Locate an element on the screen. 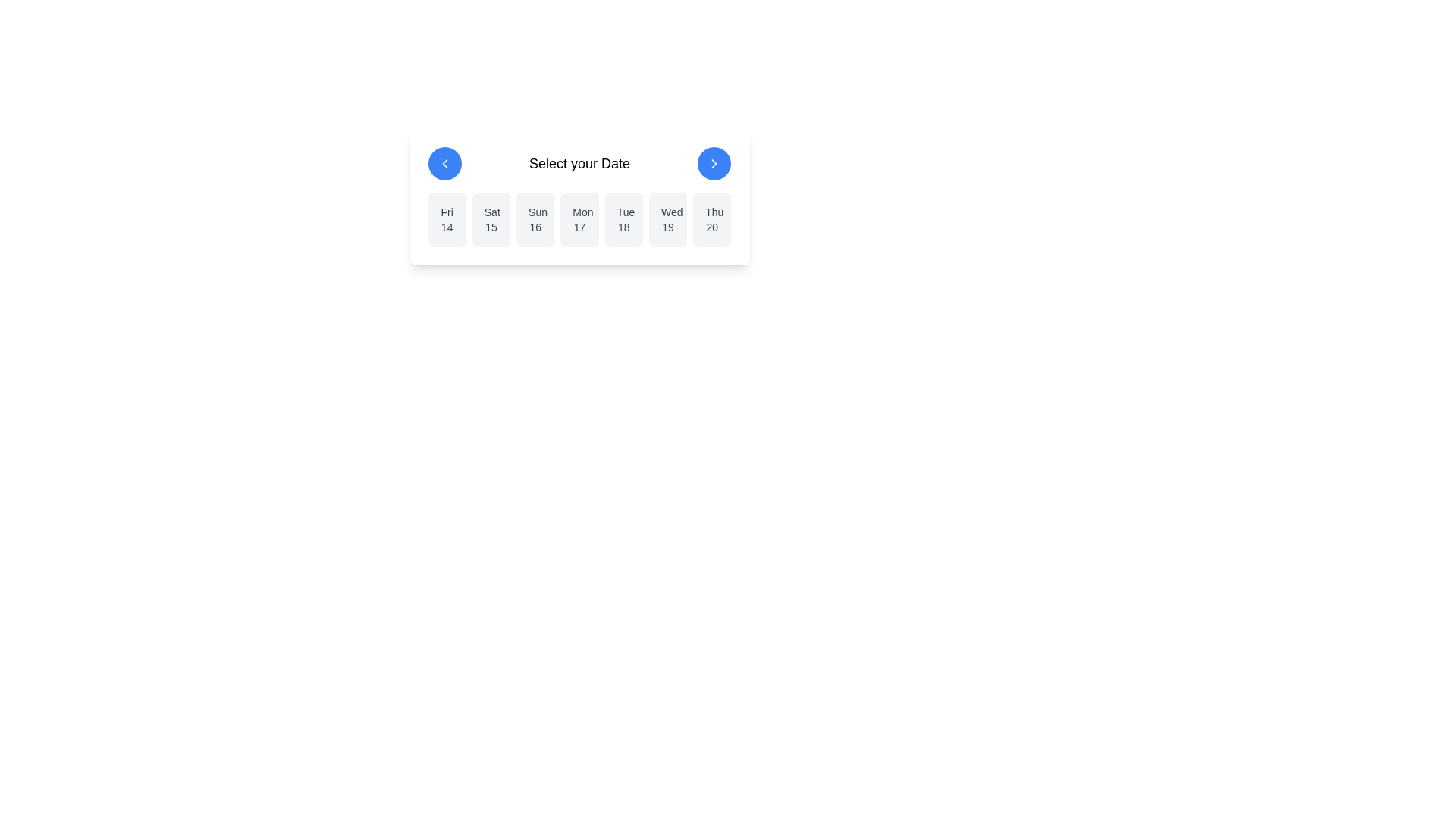 The image size is (1456, 819). the header label indicating the purpose of the date selection module, located at the center of the date selection interface is located at coordinates (579, 164).